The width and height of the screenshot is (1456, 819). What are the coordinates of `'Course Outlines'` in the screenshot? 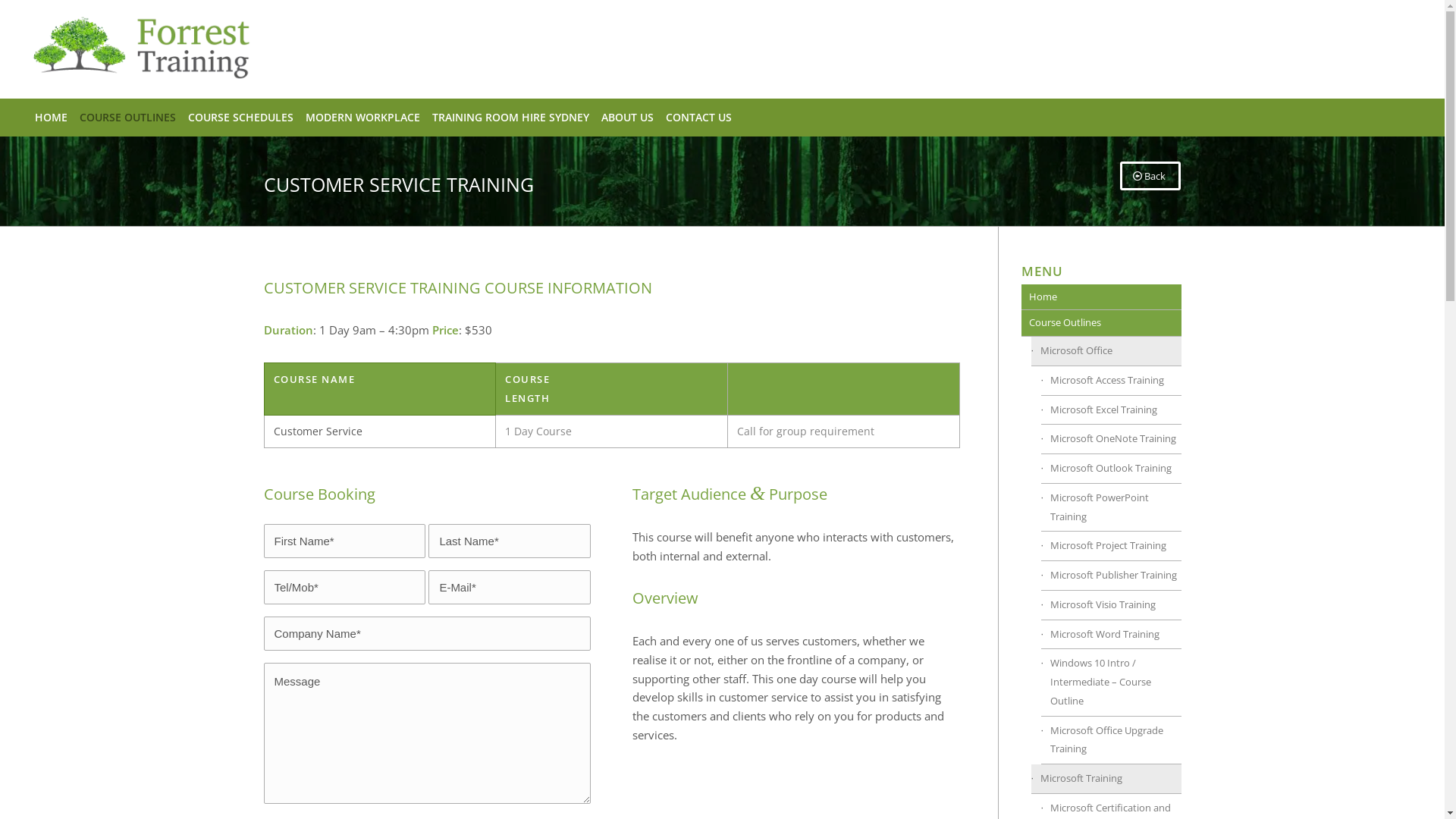 It's located at (1100, 322).